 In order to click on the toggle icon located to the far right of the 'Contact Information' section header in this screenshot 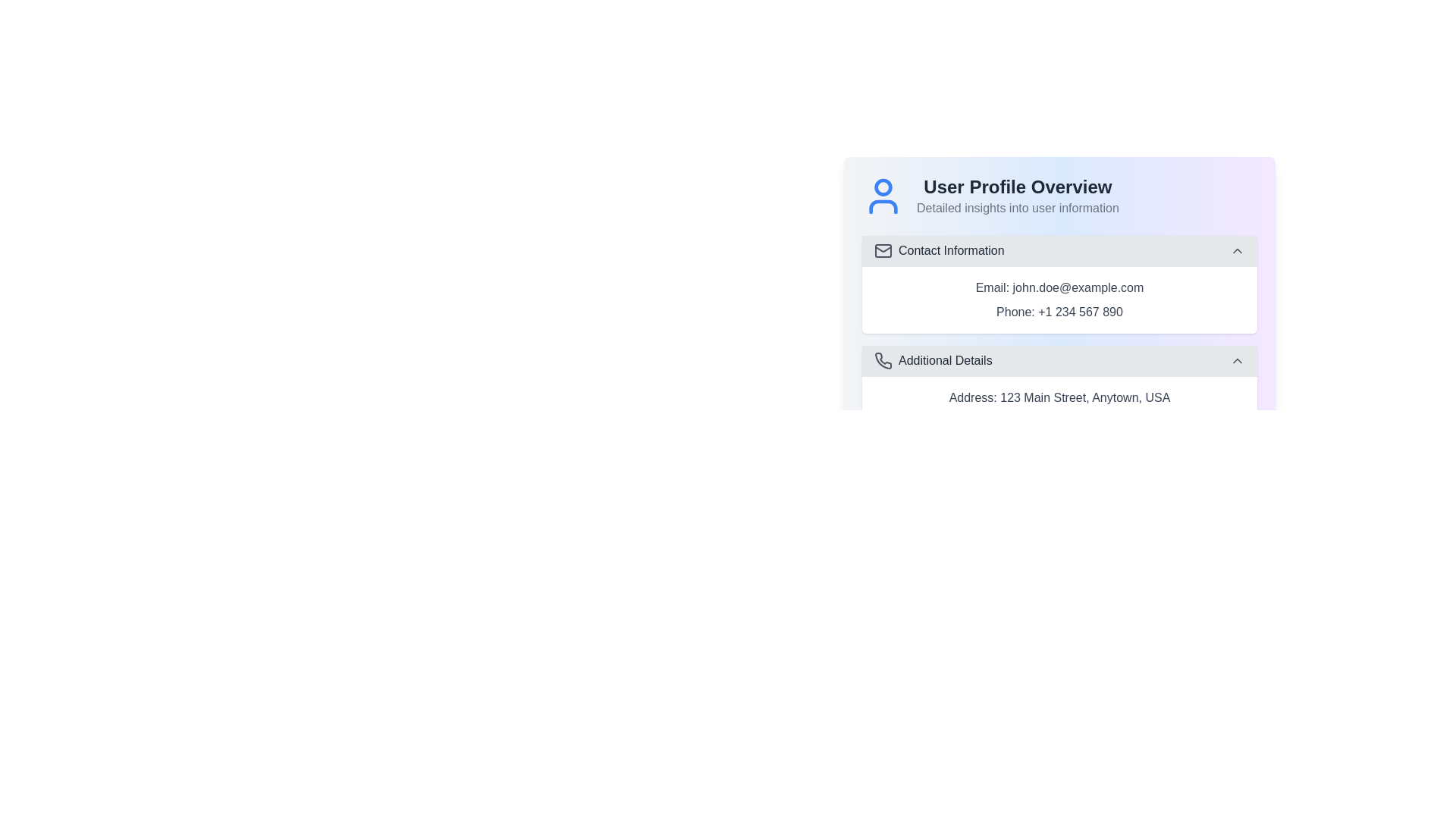, I will do `click(1238, 250)`.